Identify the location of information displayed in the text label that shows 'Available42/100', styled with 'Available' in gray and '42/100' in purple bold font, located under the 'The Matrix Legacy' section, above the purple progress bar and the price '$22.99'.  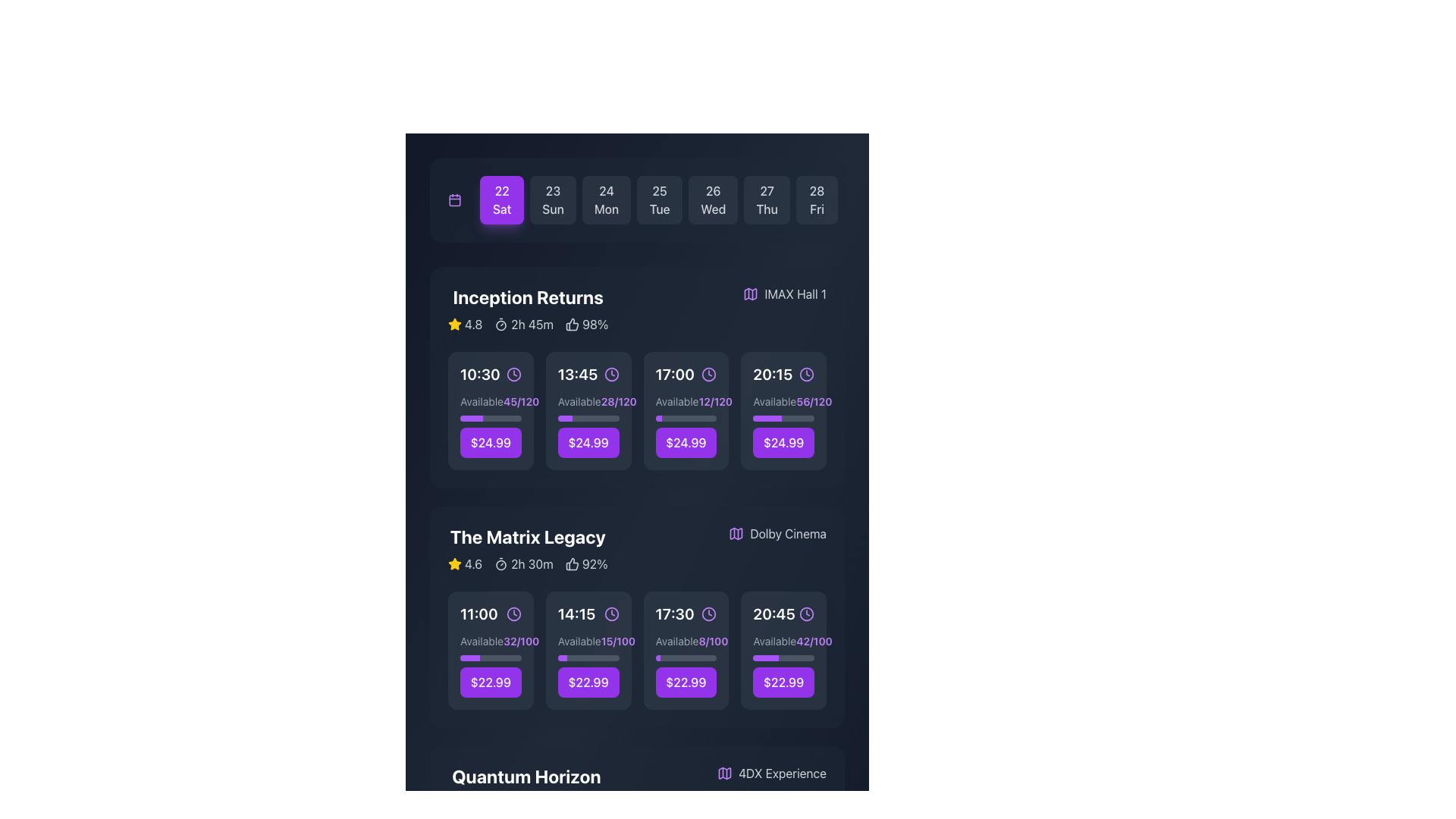
(783, 641).